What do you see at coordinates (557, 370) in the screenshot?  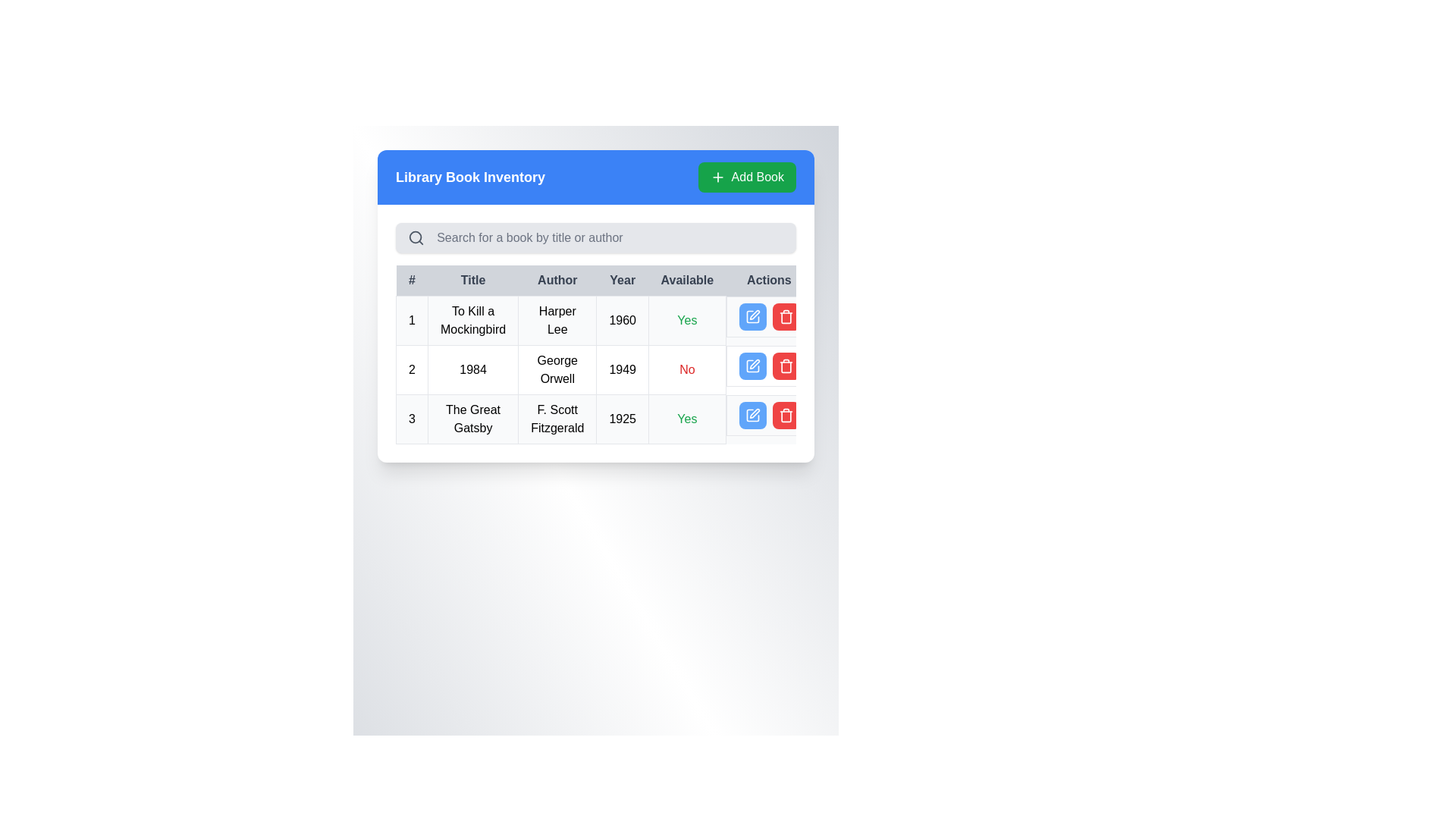 I see `text content from the Text display box in the 'Author' column of the second row of the table layout` at bounding box center [557, 370].